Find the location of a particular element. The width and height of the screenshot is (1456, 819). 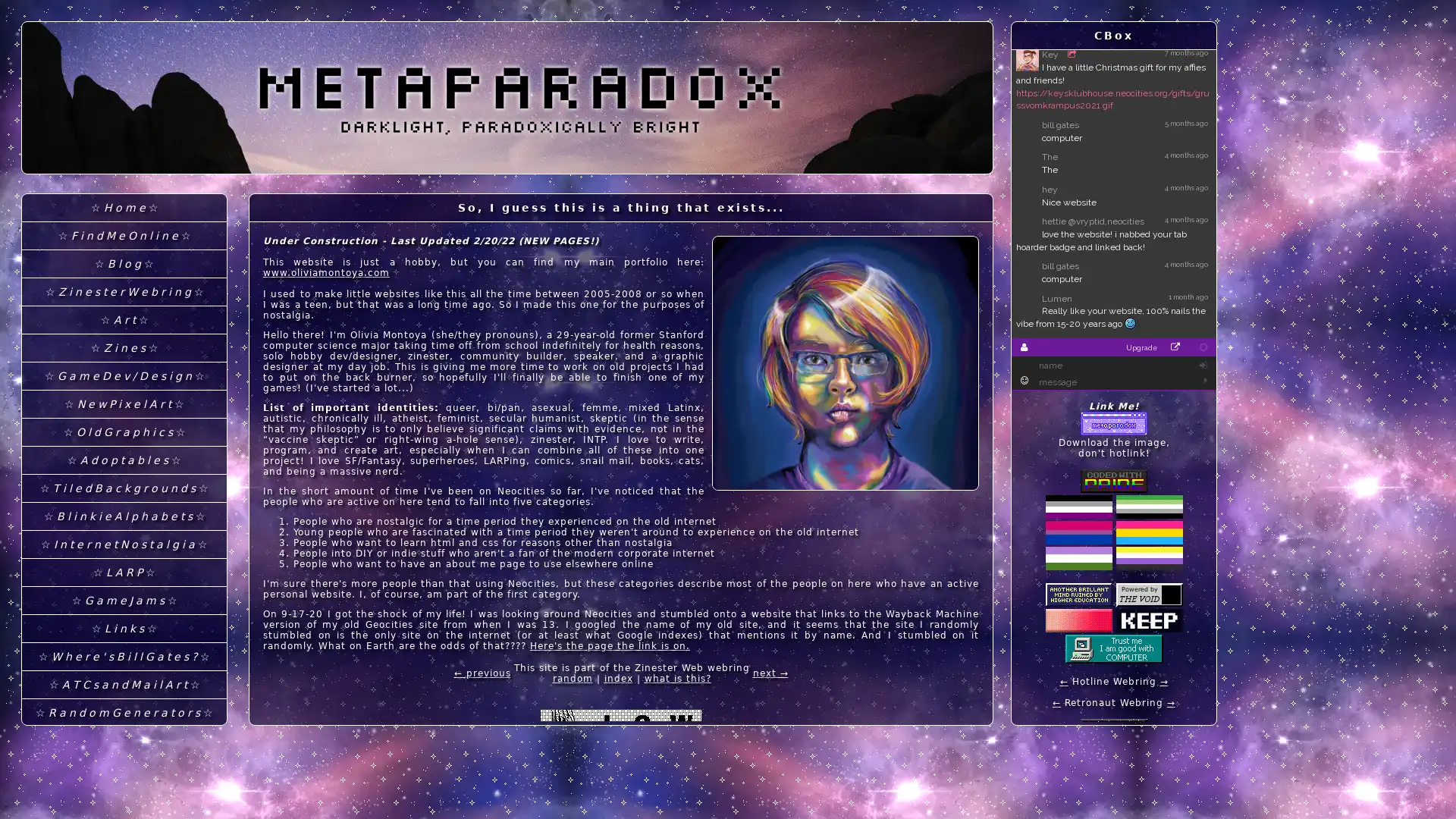

B l o g is located at coordinates (124, 263).